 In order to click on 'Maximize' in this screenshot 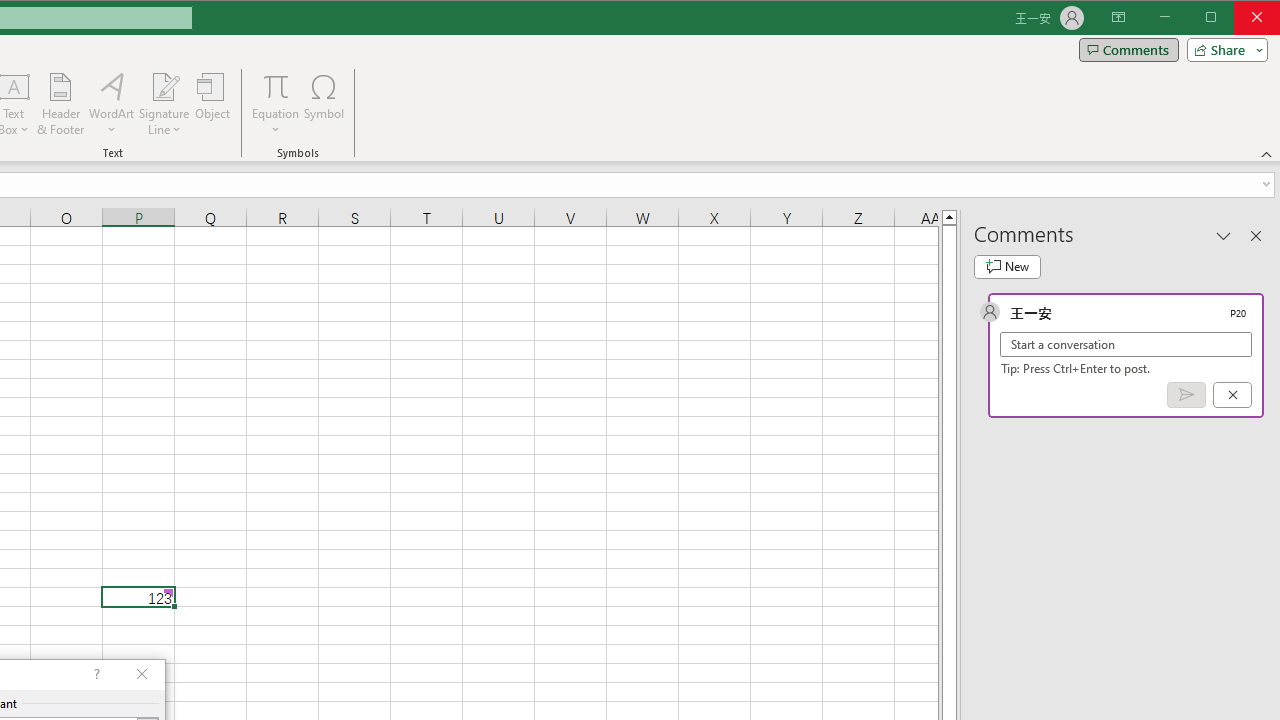, I will do `click(1238, 19)`.